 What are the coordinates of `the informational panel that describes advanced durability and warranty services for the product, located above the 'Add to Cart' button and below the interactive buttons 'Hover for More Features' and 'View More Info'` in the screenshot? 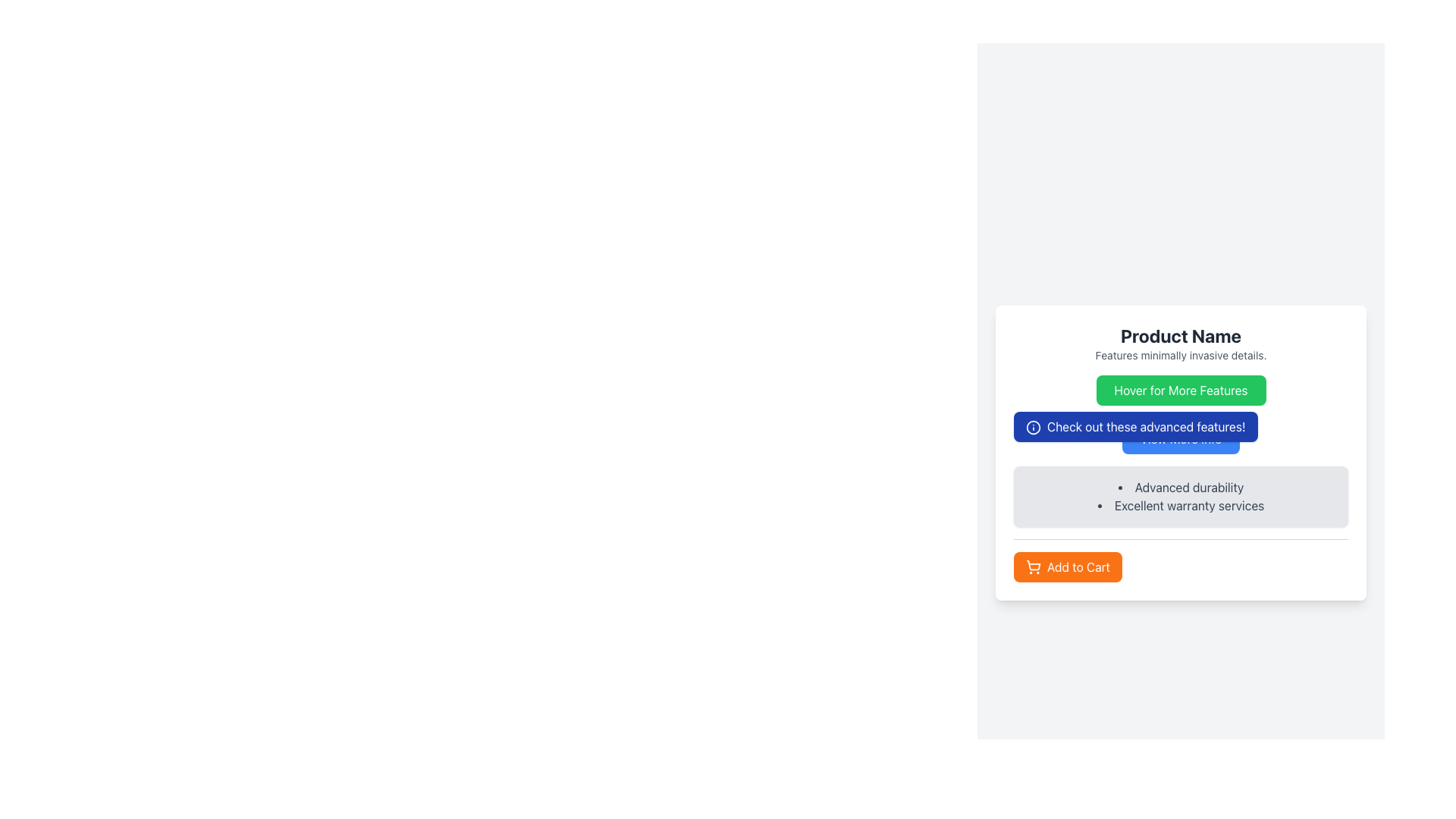 It's located at (1180, 479).